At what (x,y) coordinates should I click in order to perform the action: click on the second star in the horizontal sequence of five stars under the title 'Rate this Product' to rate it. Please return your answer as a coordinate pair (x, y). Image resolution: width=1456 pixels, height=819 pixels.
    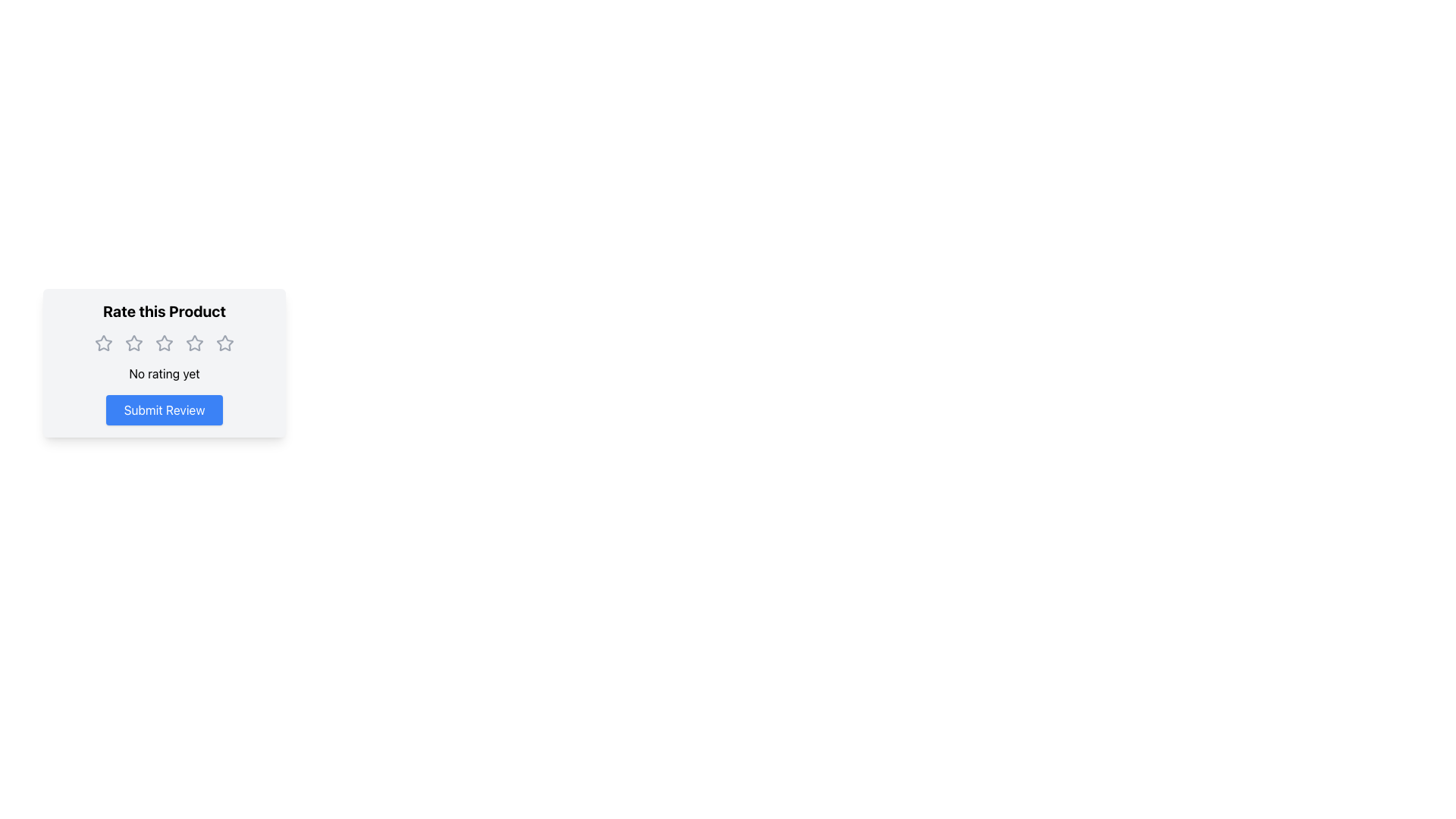
    Looking at the image, I should click on (134, 343).